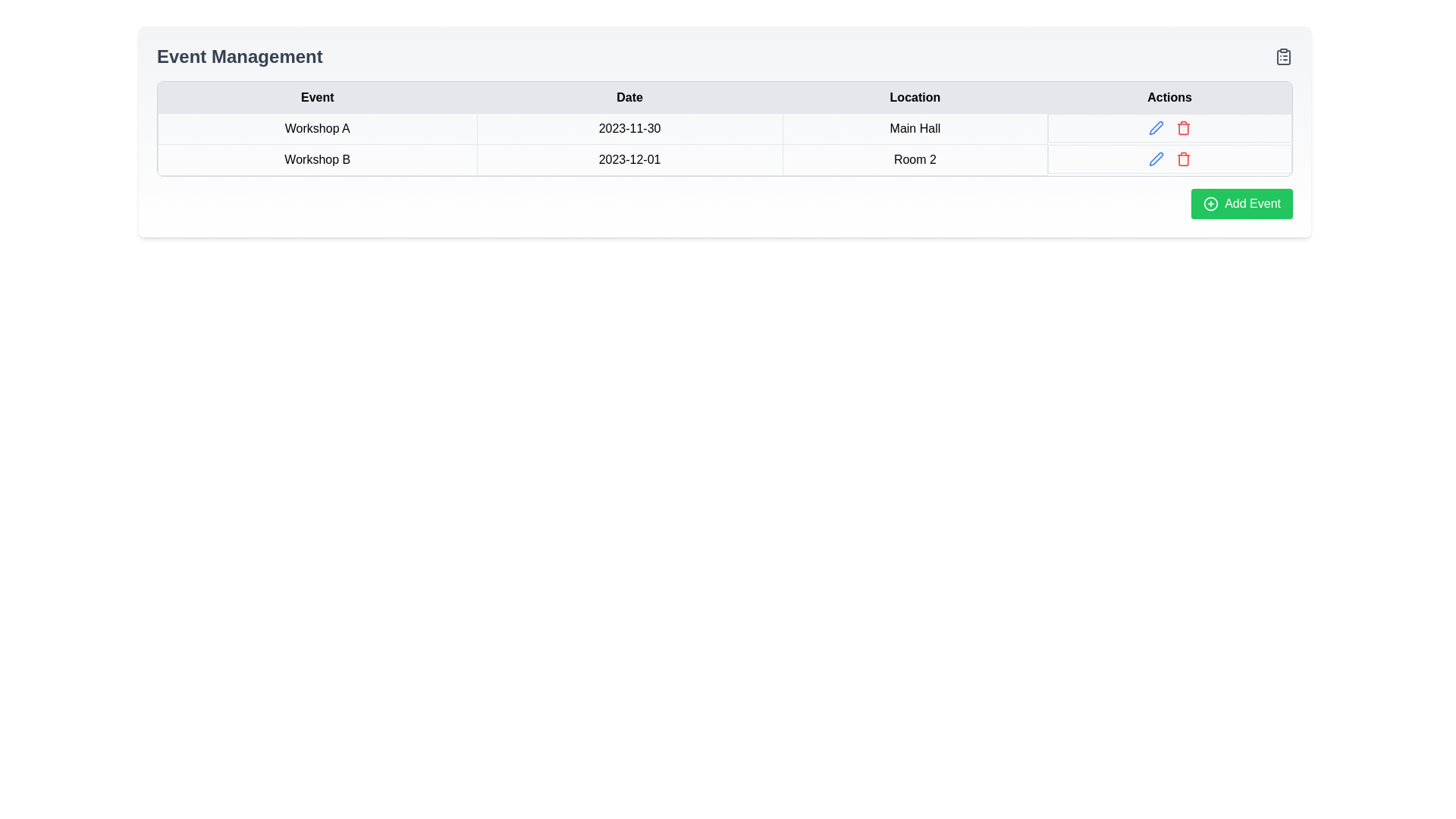 Image resolution: width=1456 pixels, height=819 pixels. Describe the element at coordinates (629, 160) in the screenshot. I see `date displayed in the Text cell corresponding to the 'Workshop B' event in the second row of the data table under the 'Date' column` at that location.